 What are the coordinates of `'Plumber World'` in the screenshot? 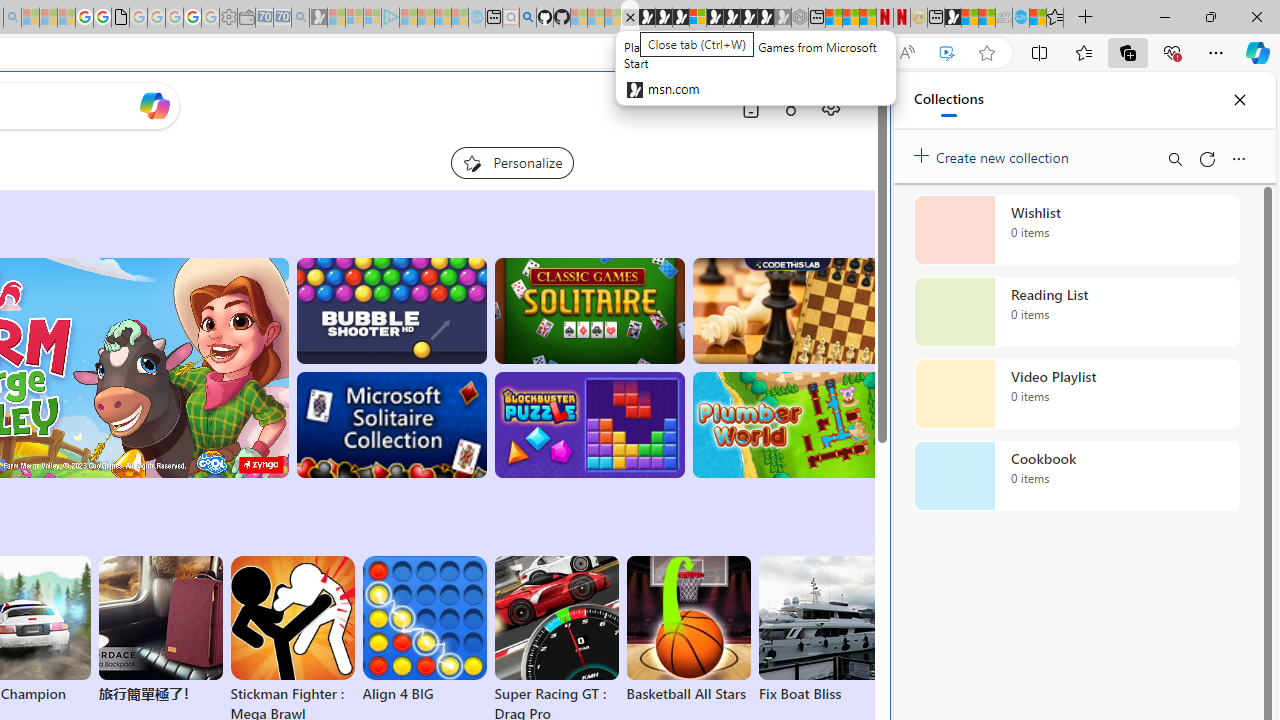 It's located at (786, 424).